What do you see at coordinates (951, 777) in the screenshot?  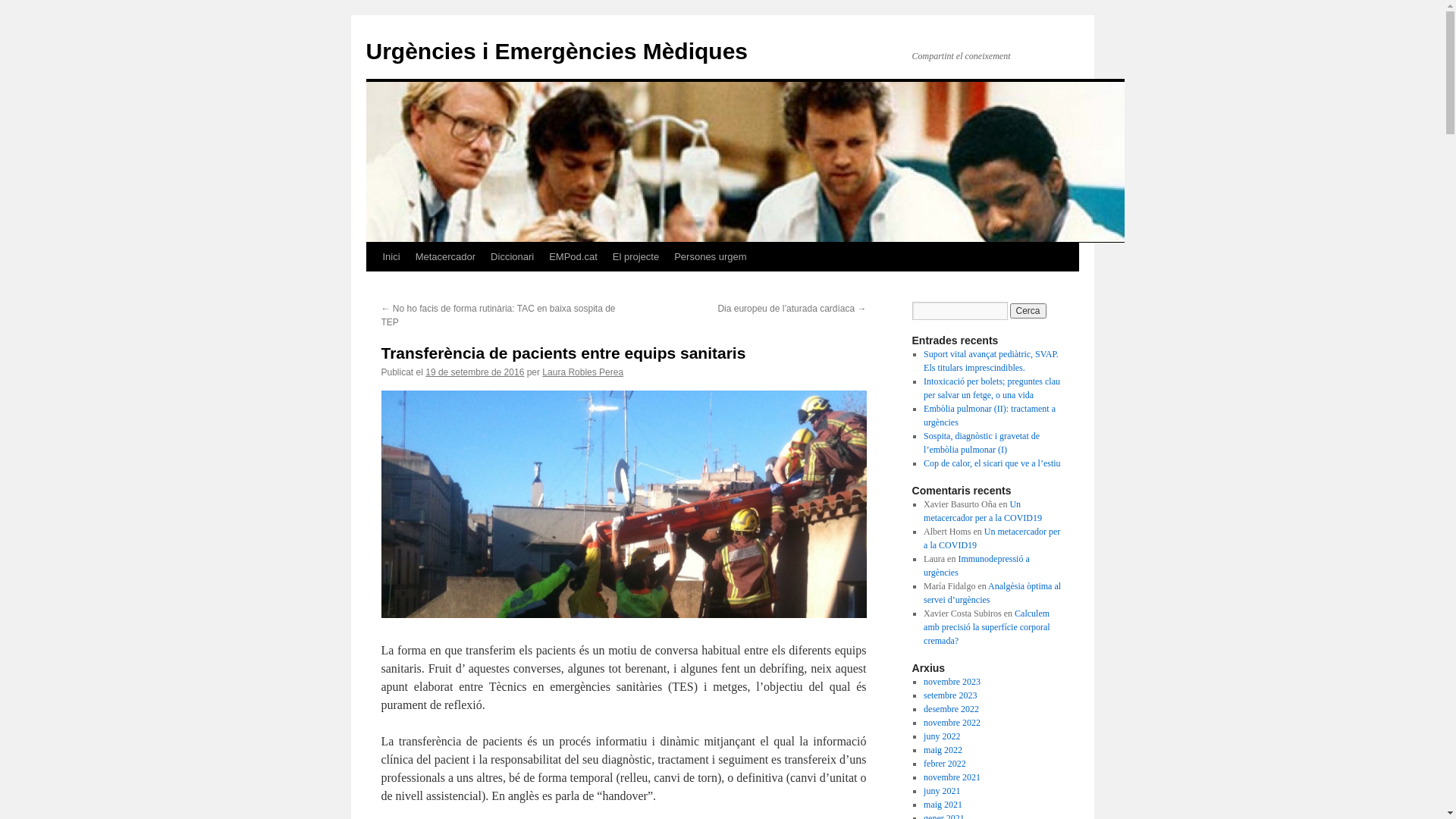 I see `'novembre 2021'` at bounding box center [951, 777].